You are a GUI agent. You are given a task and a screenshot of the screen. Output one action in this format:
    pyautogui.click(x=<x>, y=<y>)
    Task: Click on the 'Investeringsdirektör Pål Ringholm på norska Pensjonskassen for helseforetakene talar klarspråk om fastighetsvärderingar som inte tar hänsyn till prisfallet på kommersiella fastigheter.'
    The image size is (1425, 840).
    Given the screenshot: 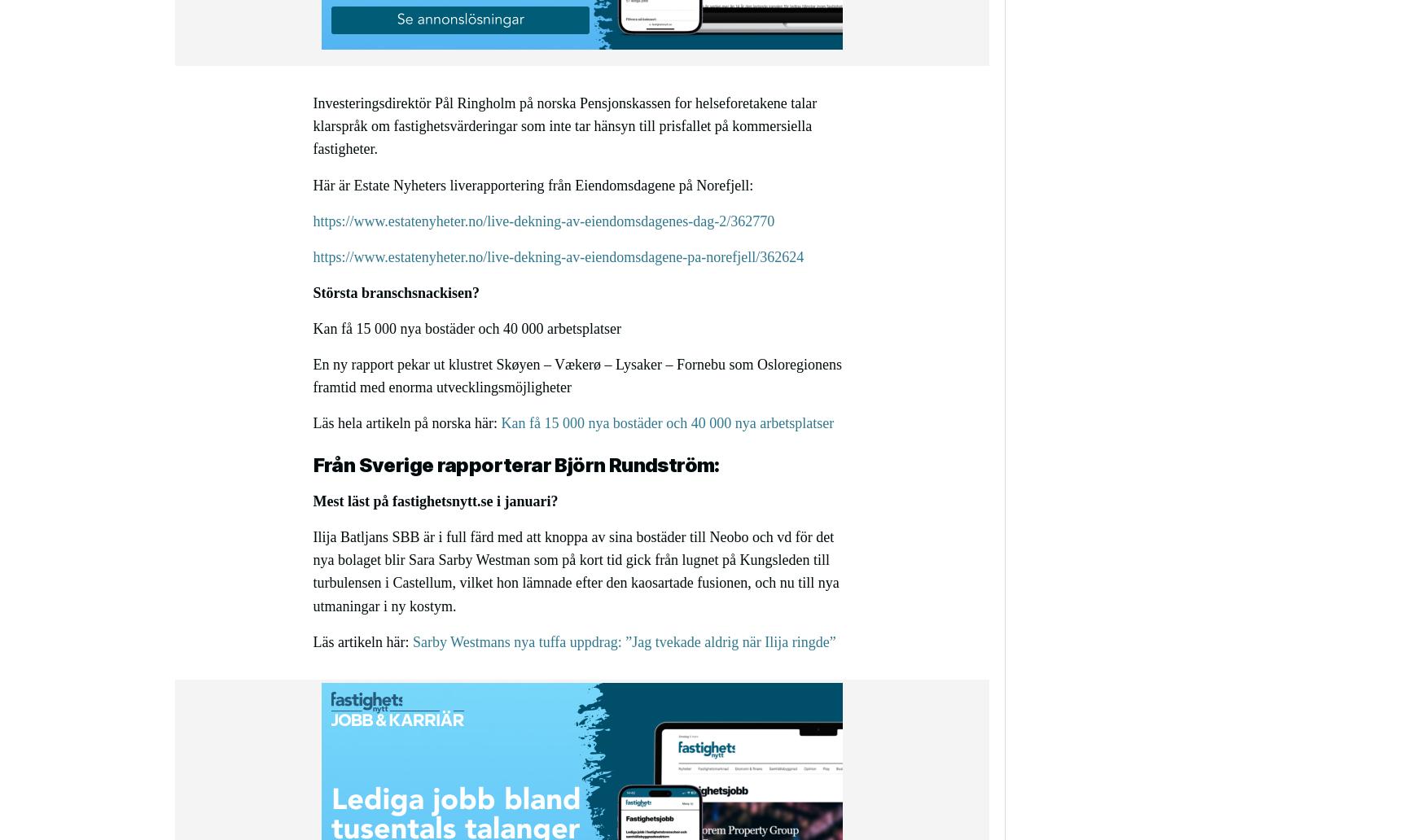 What is the action you would take?
    pyautogui.click(x=564, y=125)
    